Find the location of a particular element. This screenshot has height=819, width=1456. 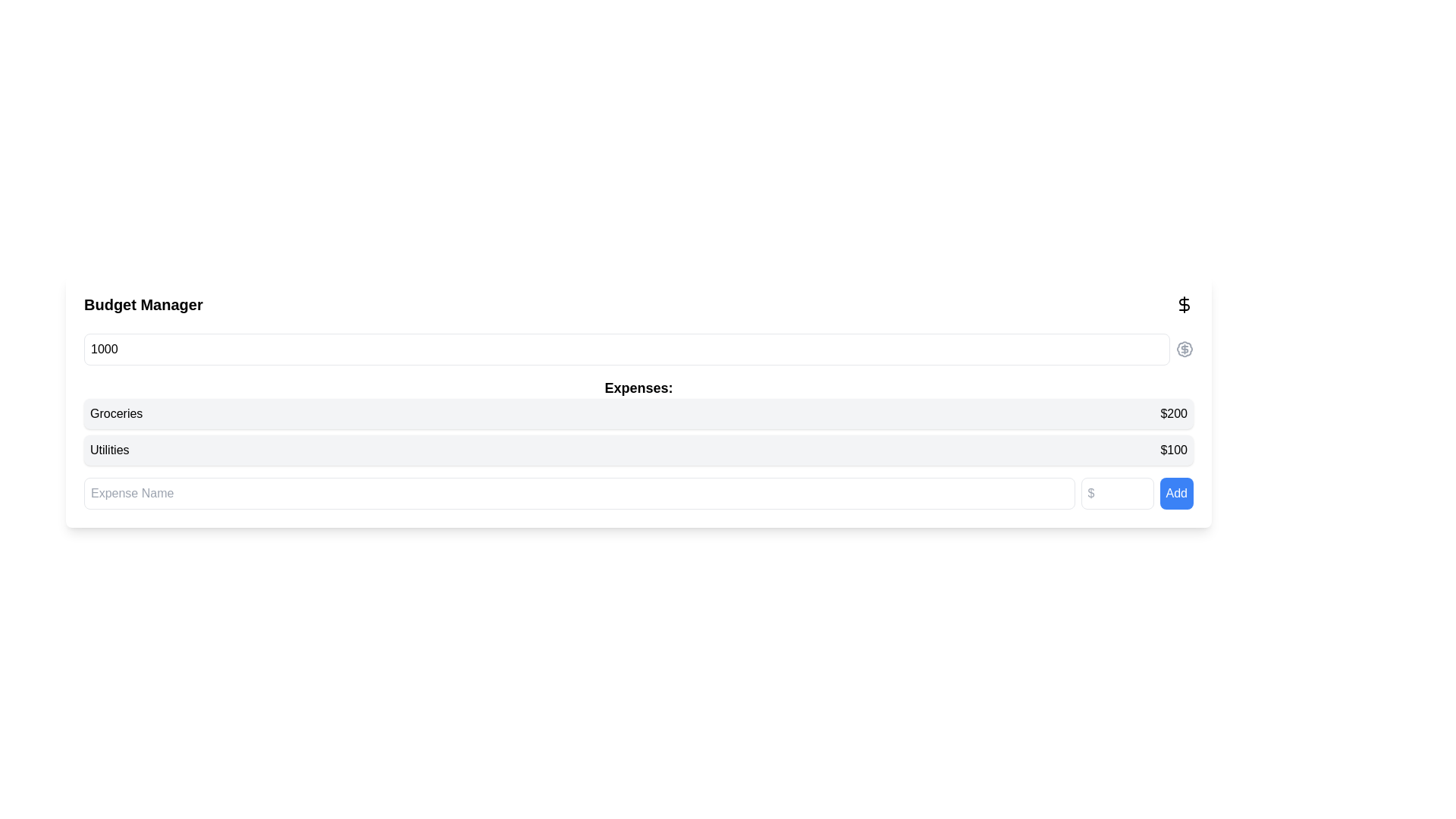

the text label displaying the value '$100' in bold font, located in a light-gray background next to the 'Utilities' label is located at coordinates (1173, 450).